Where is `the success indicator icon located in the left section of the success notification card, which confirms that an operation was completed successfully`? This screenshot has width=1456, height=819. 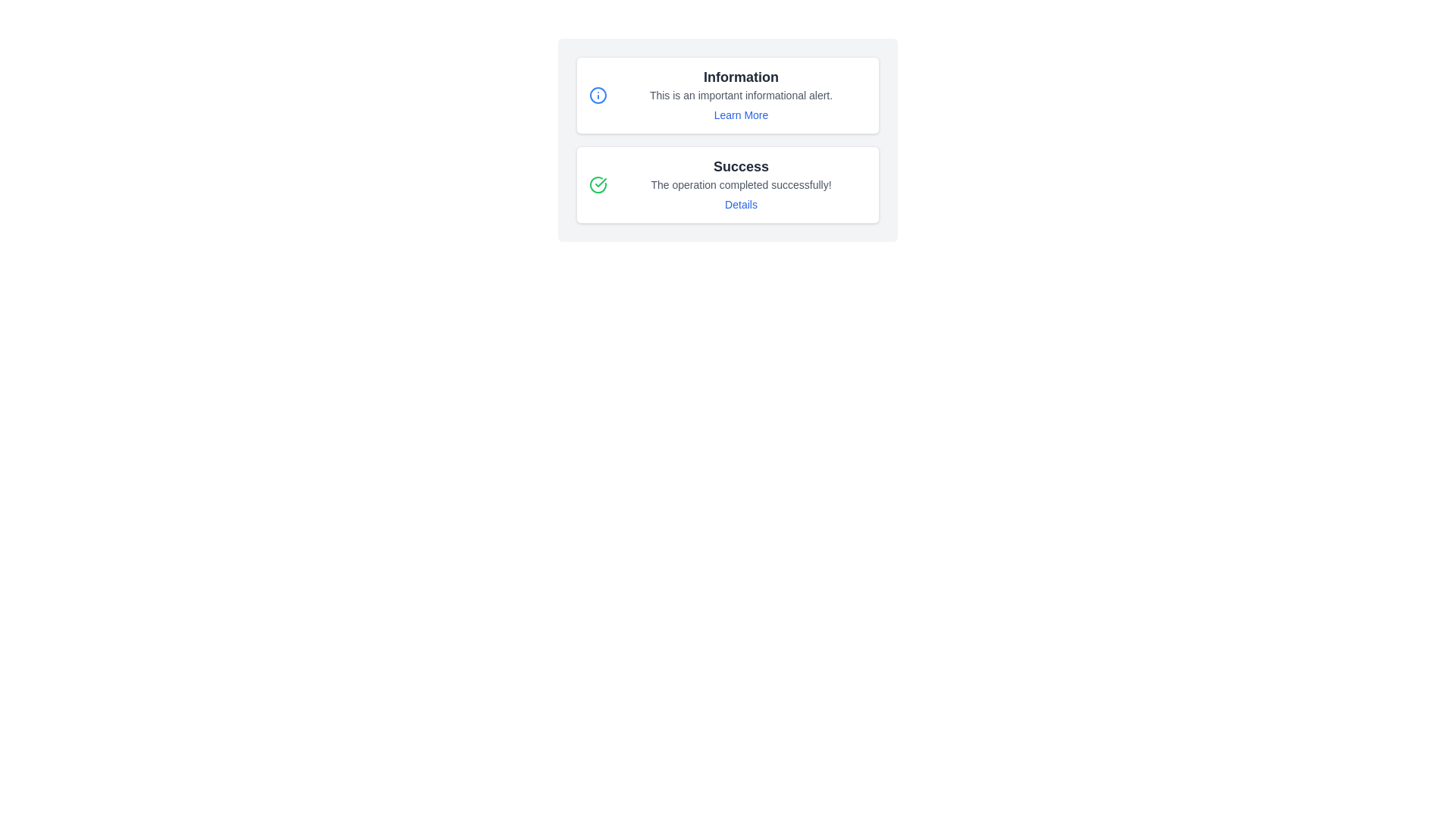 the success indicator icon located in the left section of the success notification card, which confirms that an operation was completed successfully is located at coordinates (597, 184).